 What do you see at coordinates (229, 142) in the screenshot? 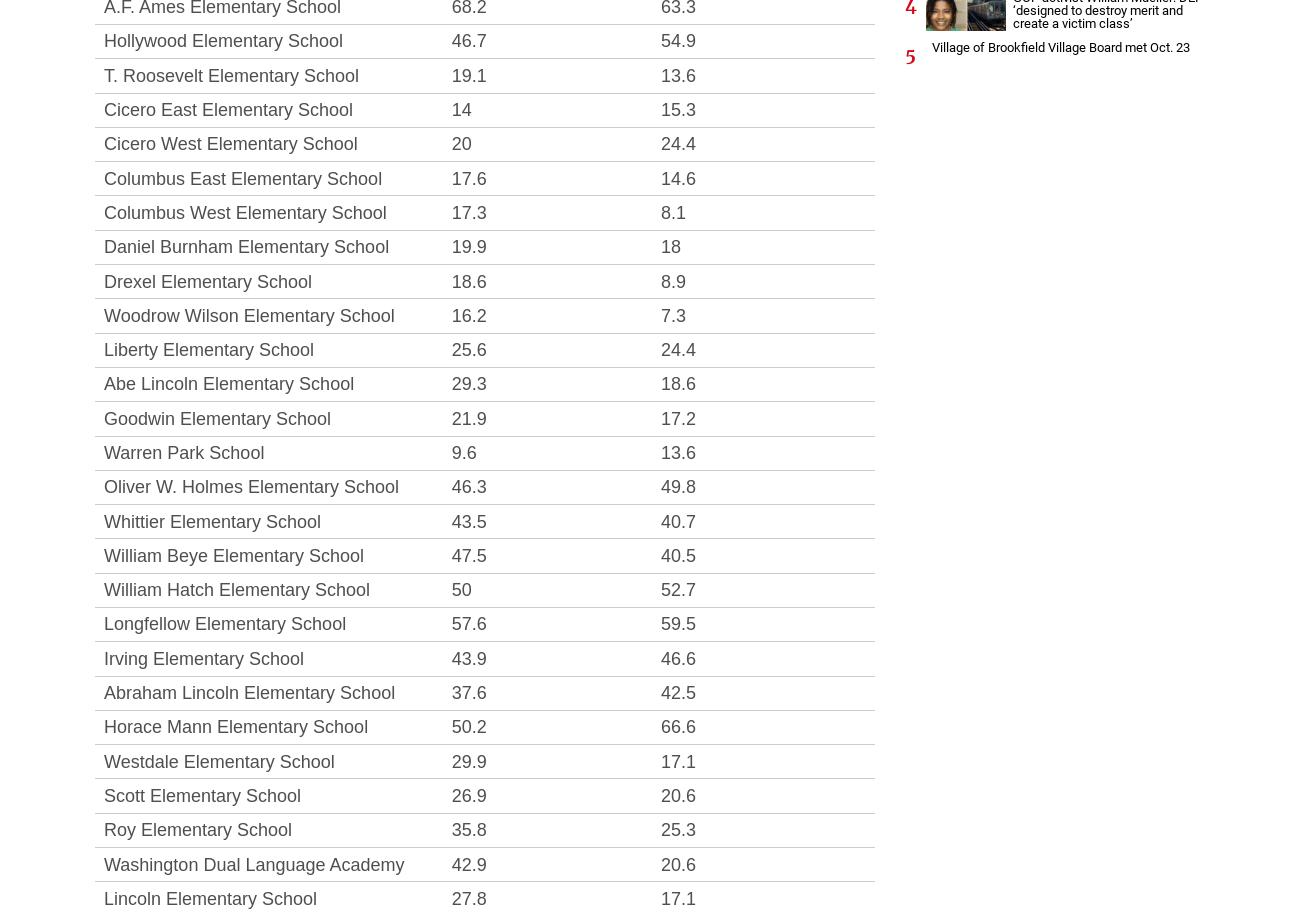
I see `'Cicero West Elementary School'` at bounding box center [229, 142].